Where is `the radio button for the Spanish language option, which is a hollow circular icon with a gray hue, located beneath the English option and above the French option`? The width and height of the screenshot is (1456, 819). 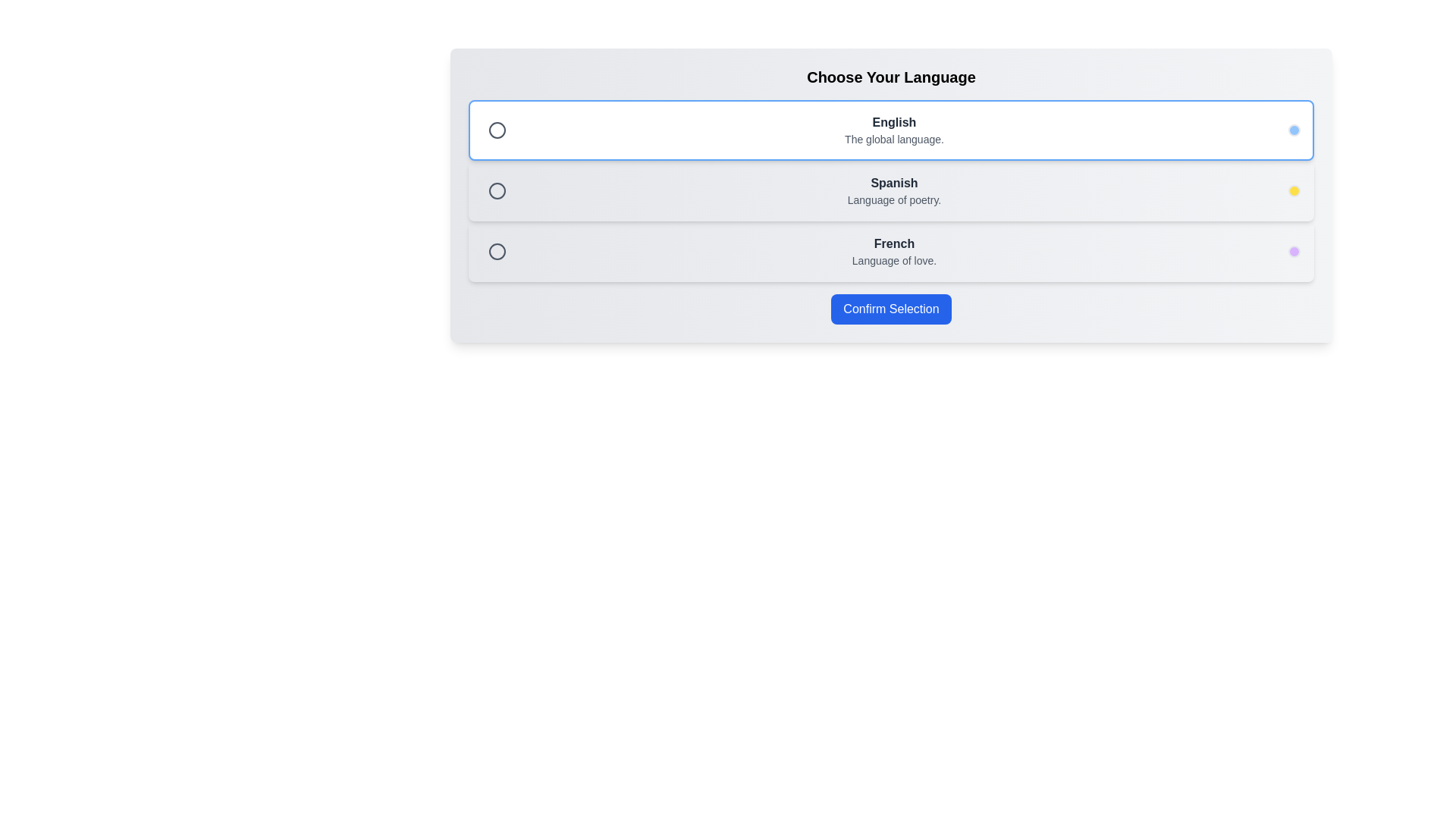 the radio button for the Spanish language option, which is a hollow circular icon with a gray hue, located beneath the English option and above the French option is located at coordinates (497, 190).